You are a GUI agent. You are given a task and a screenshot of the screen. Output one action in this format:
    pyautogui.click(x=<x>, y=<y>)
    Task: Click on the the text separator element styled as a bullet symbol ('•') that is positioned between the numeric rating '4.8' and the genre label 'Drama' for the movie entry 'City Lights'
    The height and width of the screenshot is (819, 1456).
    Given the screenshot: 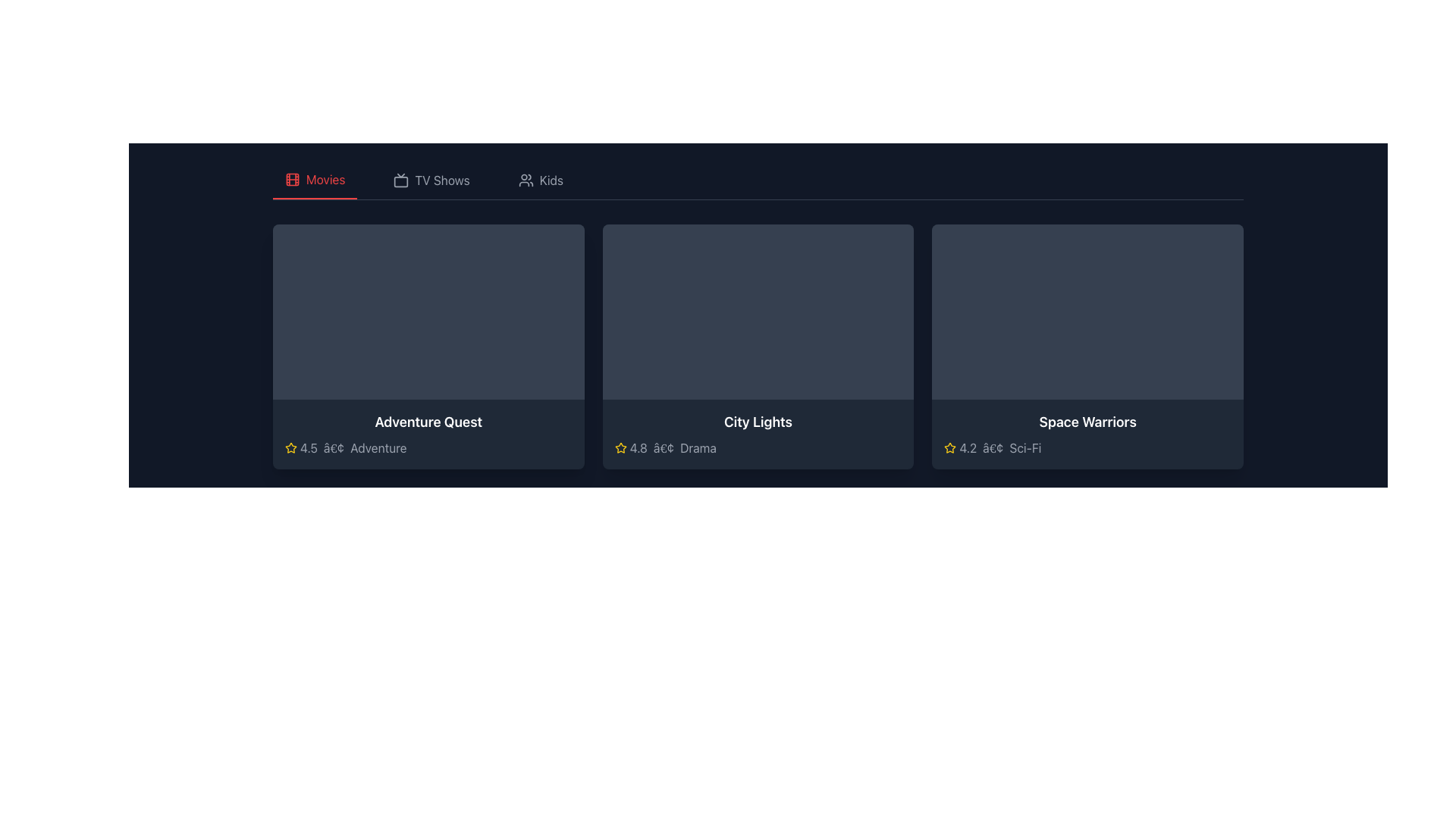 What is the action you would take?
    pyautogui.click(x=664, y=447)
    